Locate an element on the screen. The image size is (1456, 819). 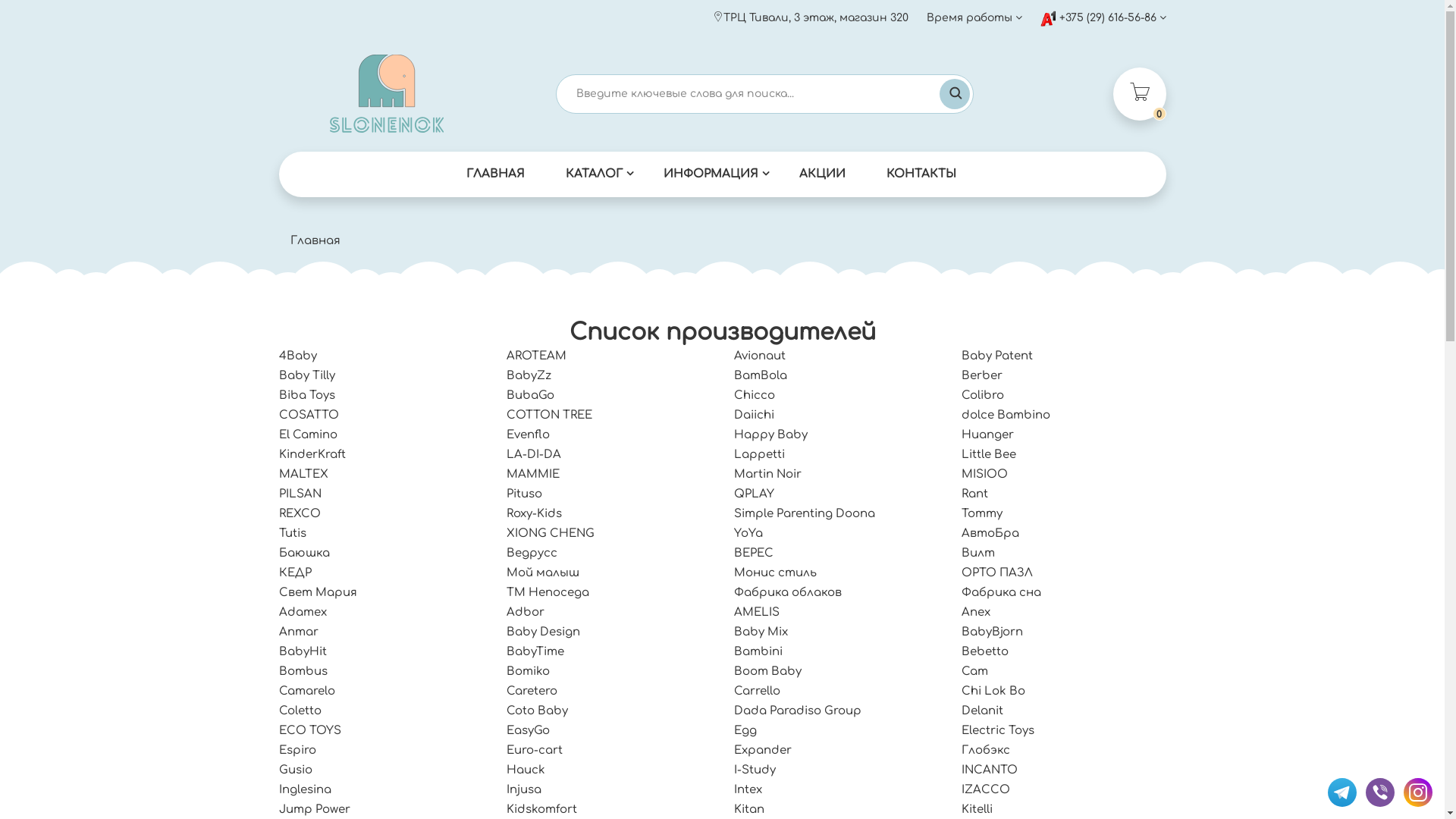
'Rant' is located at coordinates (960, 494).